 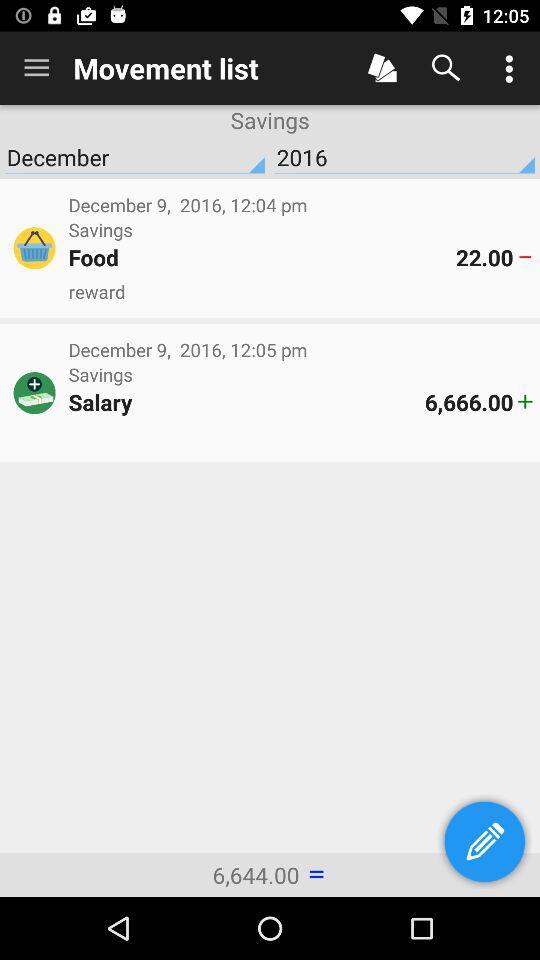 What do you see at coordinates (262, 256) in the screenshot?
I see `the item next to 22.00 icon` at bounding box center [262, 256].